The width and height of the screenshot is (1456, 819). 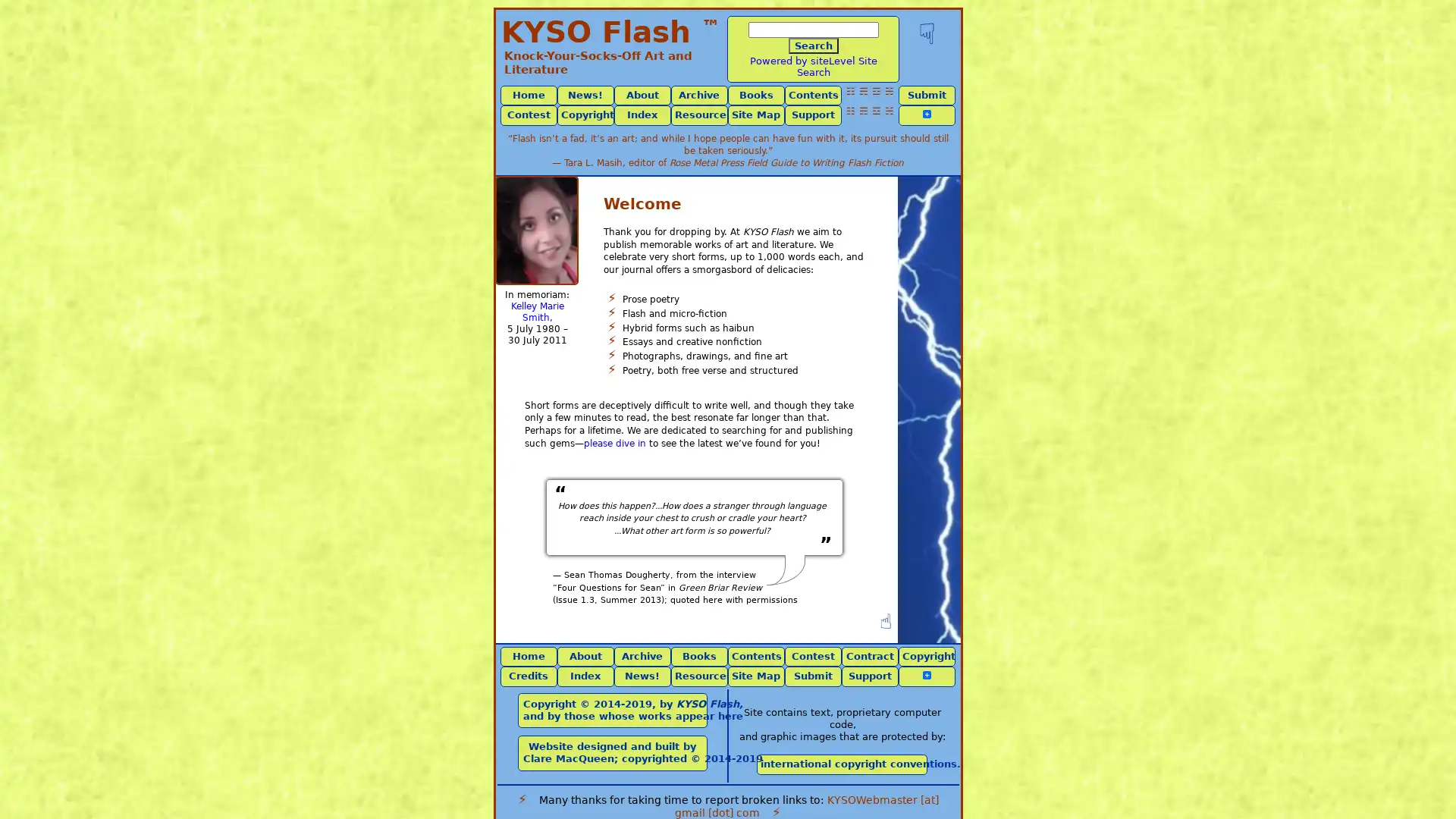 What do you see at coordinates (813, 45) in the screenshot?
I see `Search` at bounding box center [813, 45].